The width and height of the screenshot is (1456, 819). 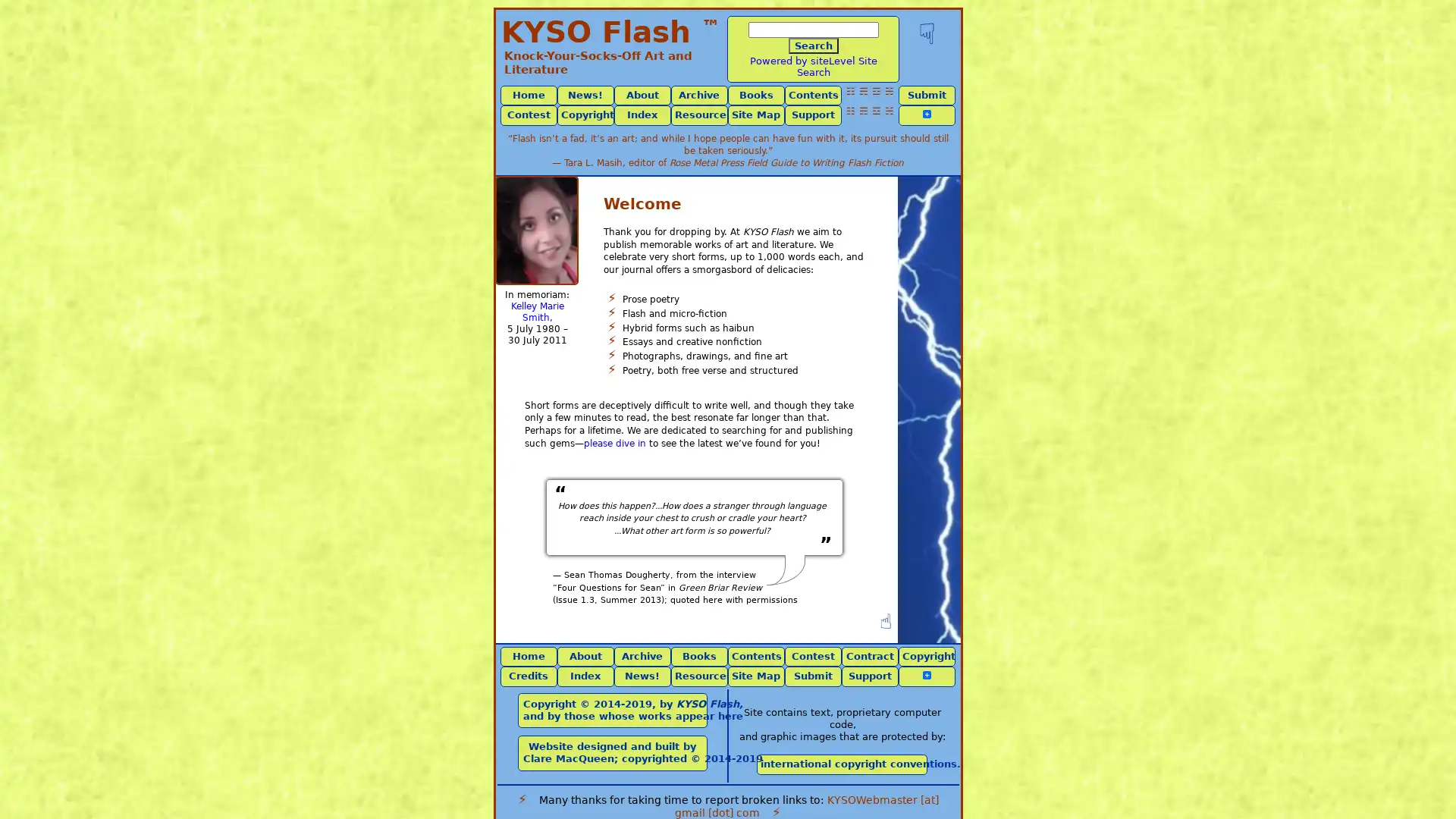 What do you see at coordinates (813, 45) in the screenshot?
I see `Search` at bounding box center [813, 45].